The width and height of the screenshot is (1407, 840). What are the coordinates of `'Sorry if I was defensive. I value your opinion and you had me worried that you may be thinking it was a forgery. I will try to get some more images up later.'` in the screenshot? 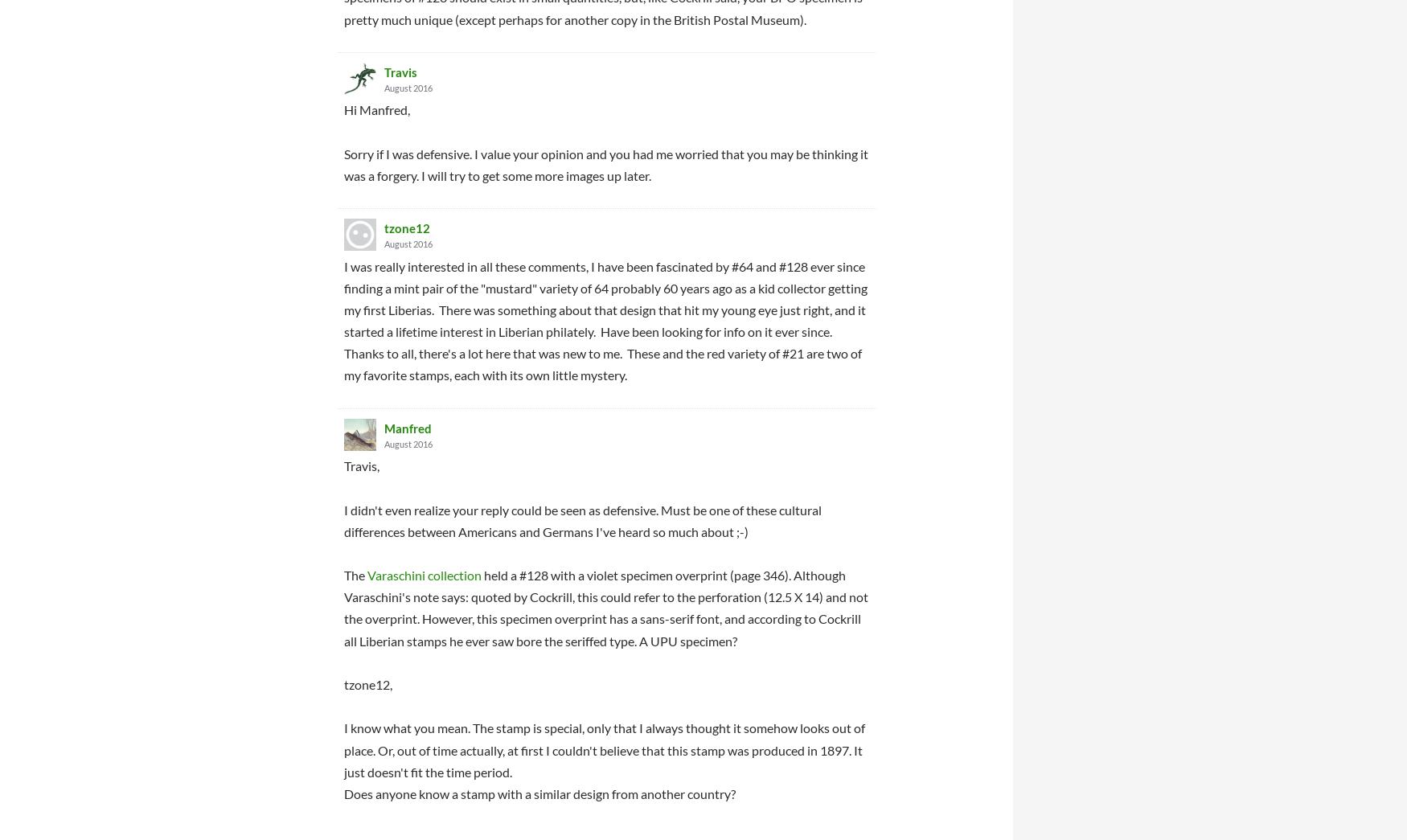 It's located at (605, 163).